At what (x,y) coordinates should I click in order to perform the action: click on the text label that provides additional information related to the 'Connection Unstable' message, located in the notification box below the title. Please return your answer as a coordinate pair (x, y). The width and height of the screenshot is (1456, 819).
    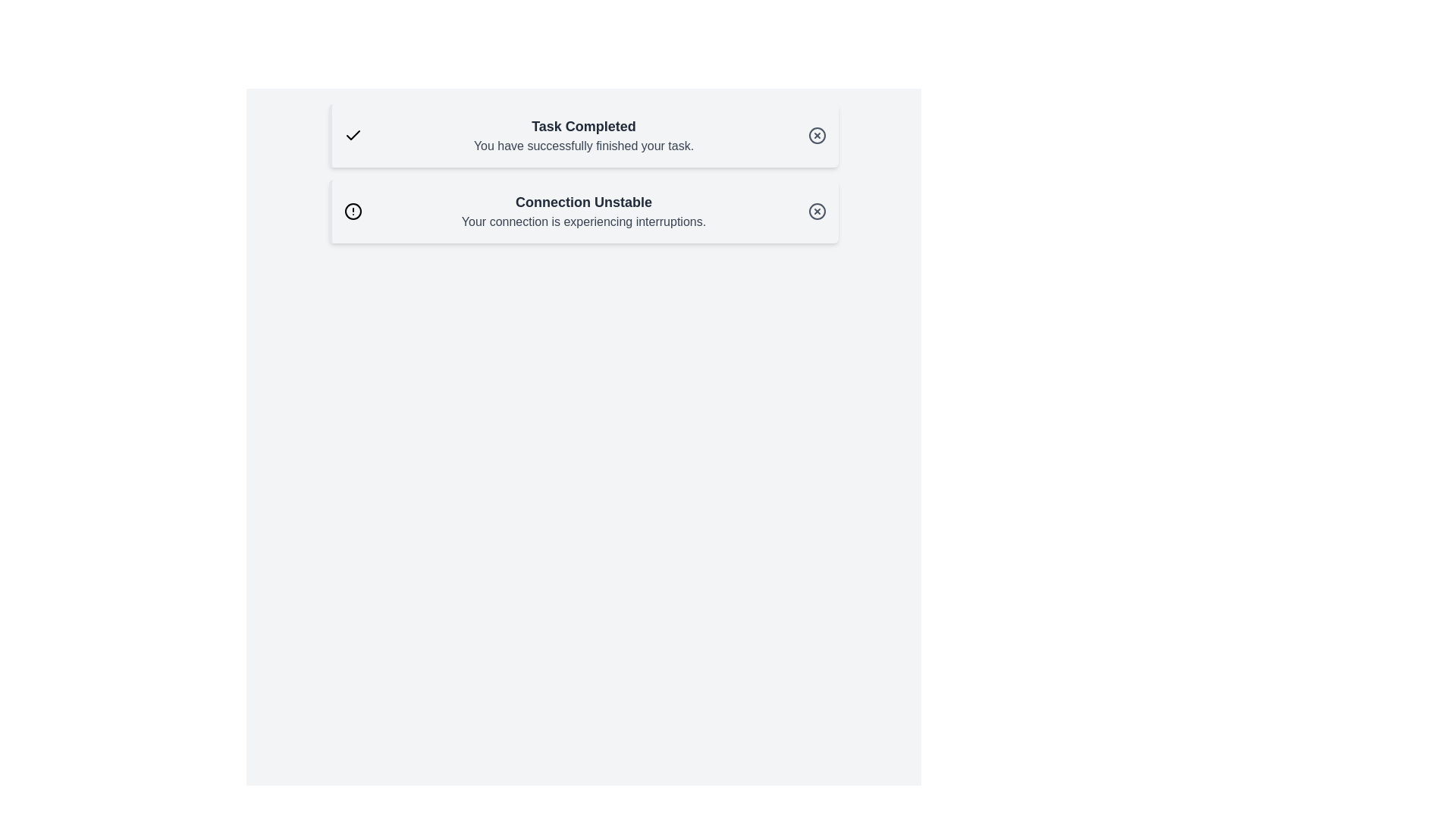
    Looking at the image, I should click on (582, 222).